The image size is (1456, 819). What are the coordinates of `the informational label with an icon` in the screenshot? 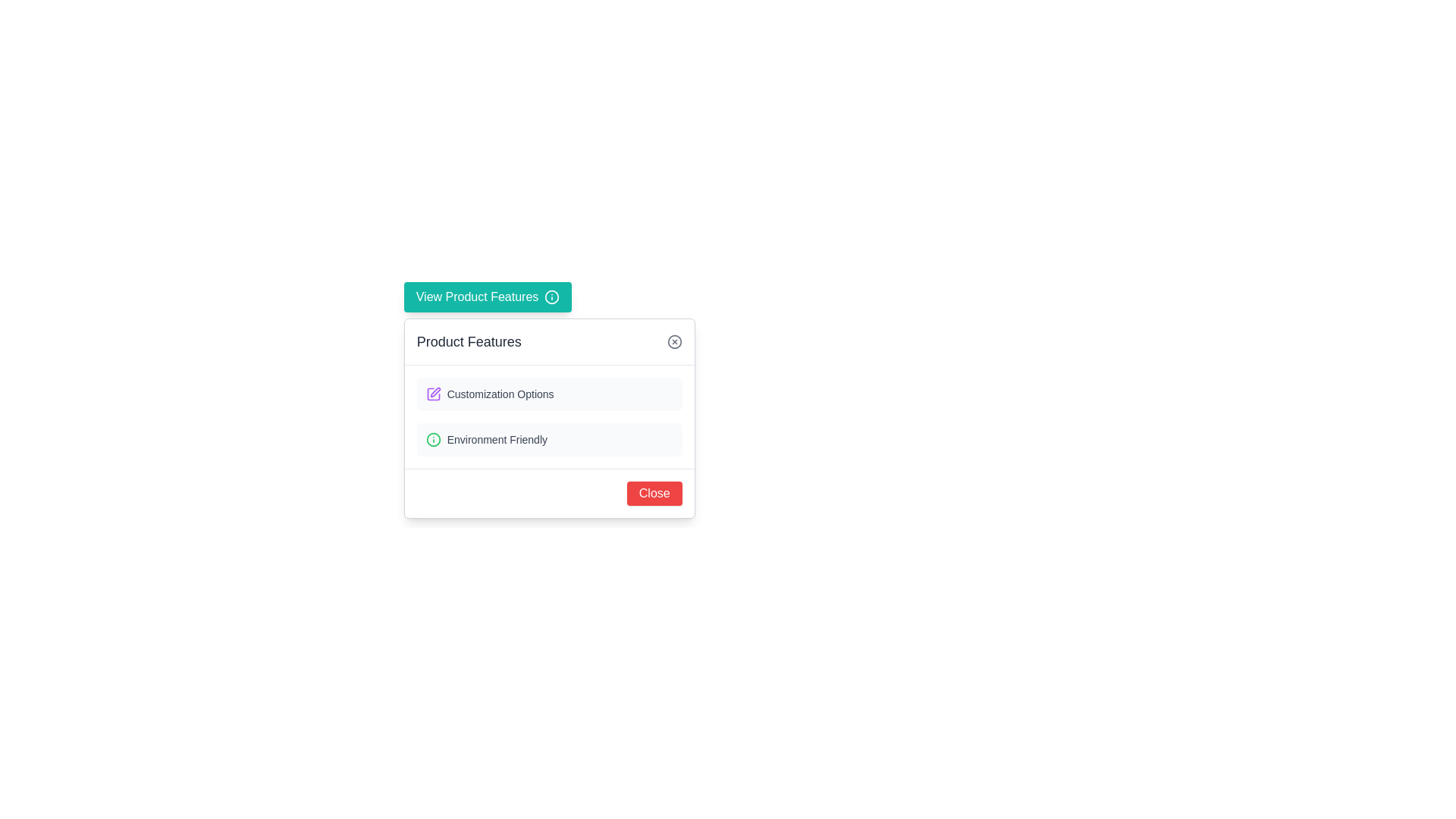 It's located at (548, 394).